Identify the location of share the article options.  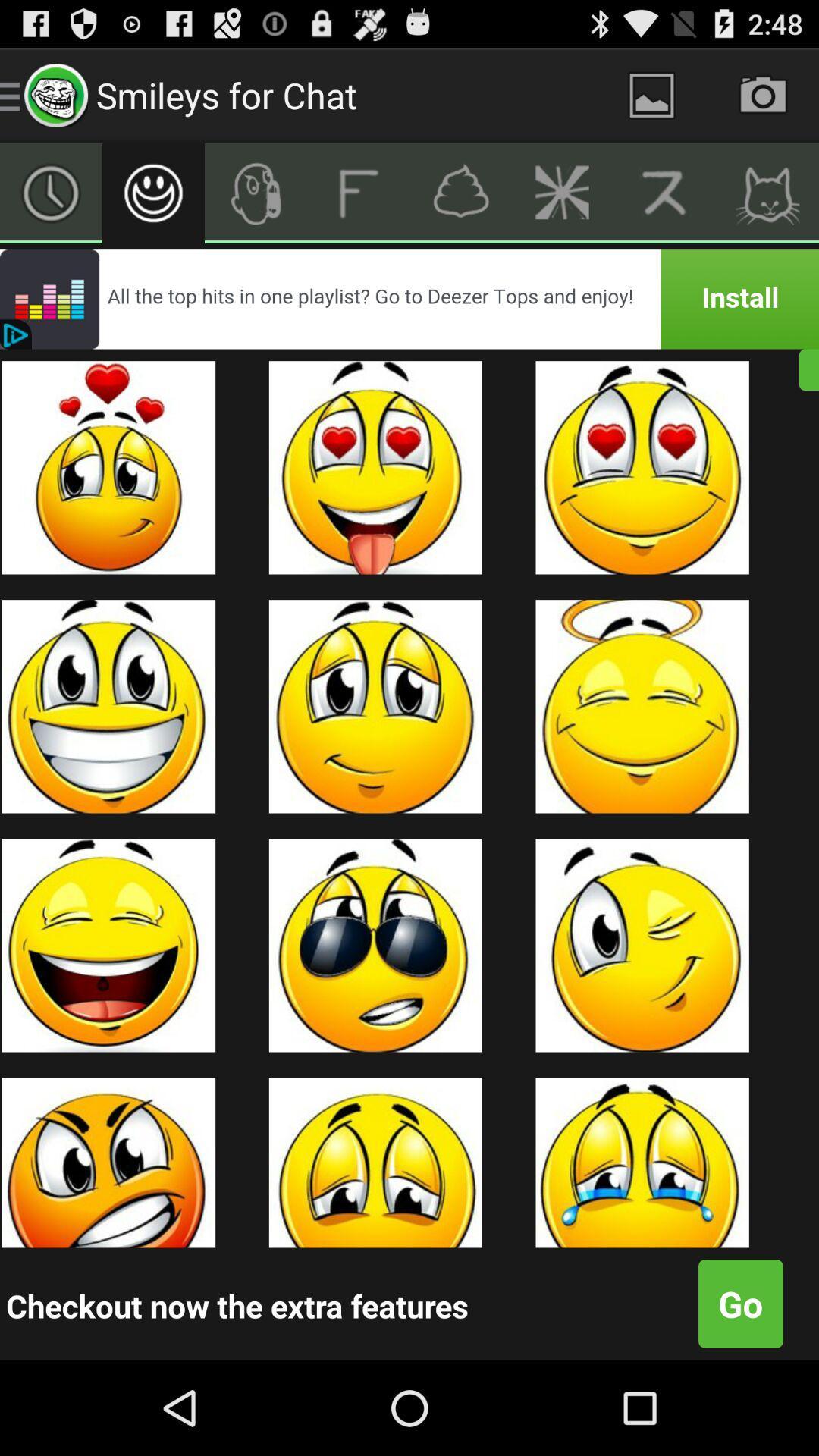
(563, 192).